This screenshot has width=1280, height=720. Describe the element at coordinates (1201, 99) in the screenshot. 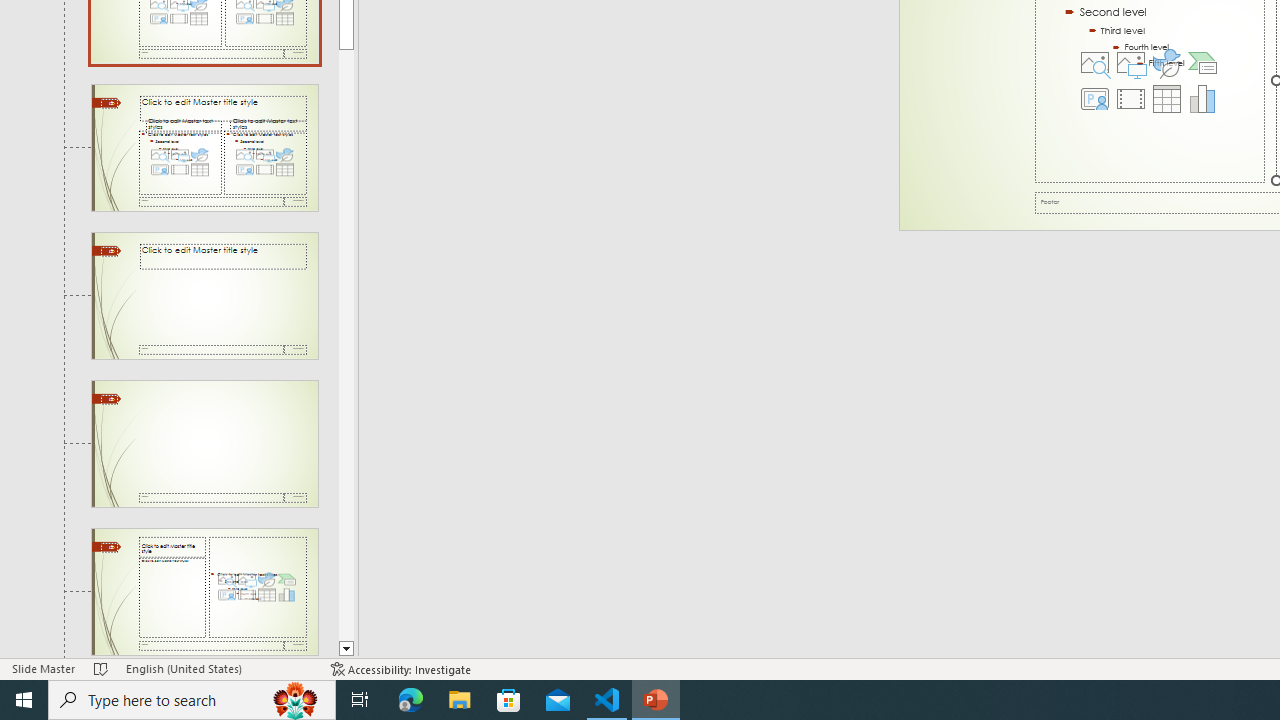

I see `'Insert Chart'` at that location.